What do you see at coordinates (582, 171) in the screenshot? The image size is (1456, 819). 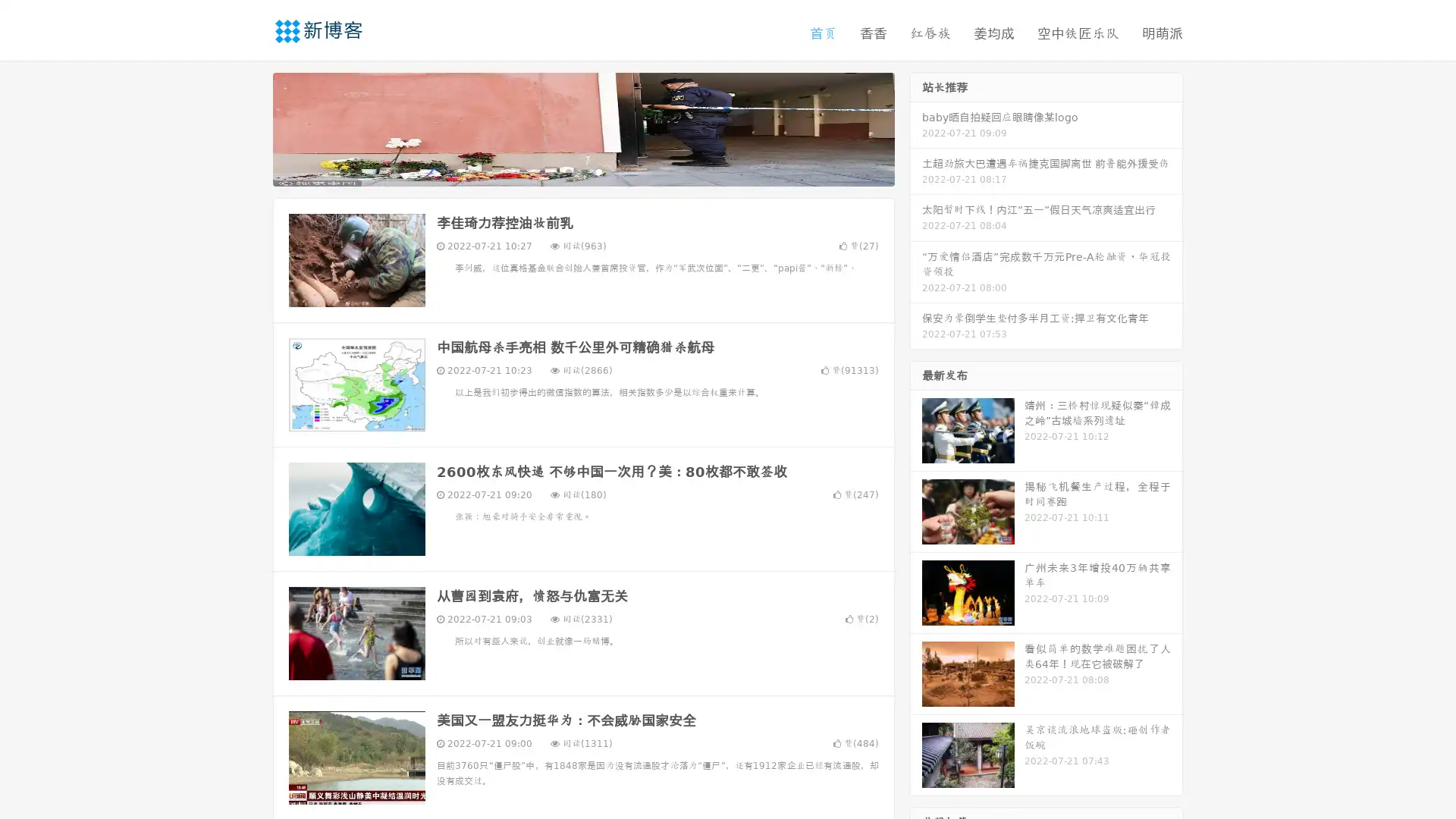 I see `Go to slide 2` at bounding box center [582, 171].